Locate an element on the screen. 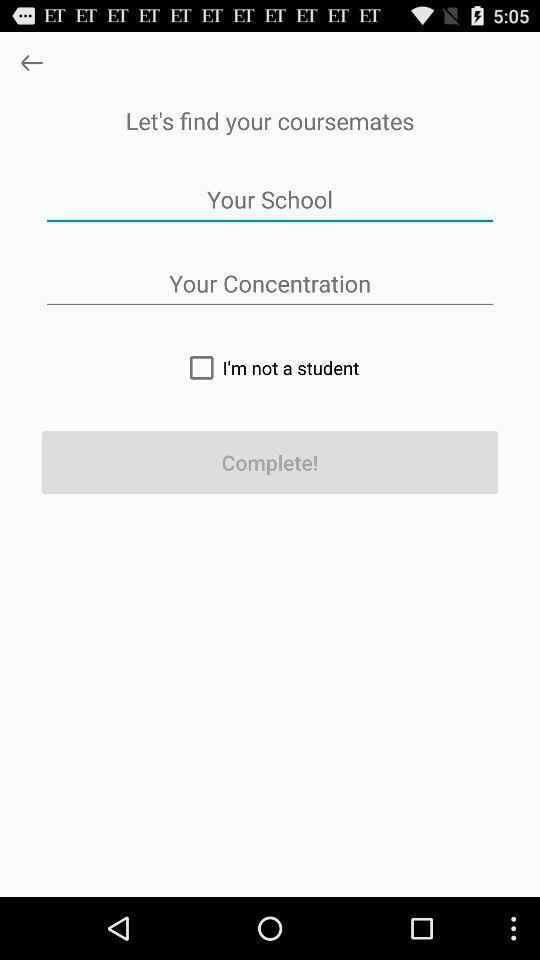 The width and height of the screenshot is (540, 960). previous option is located at coordinates (30, 62).